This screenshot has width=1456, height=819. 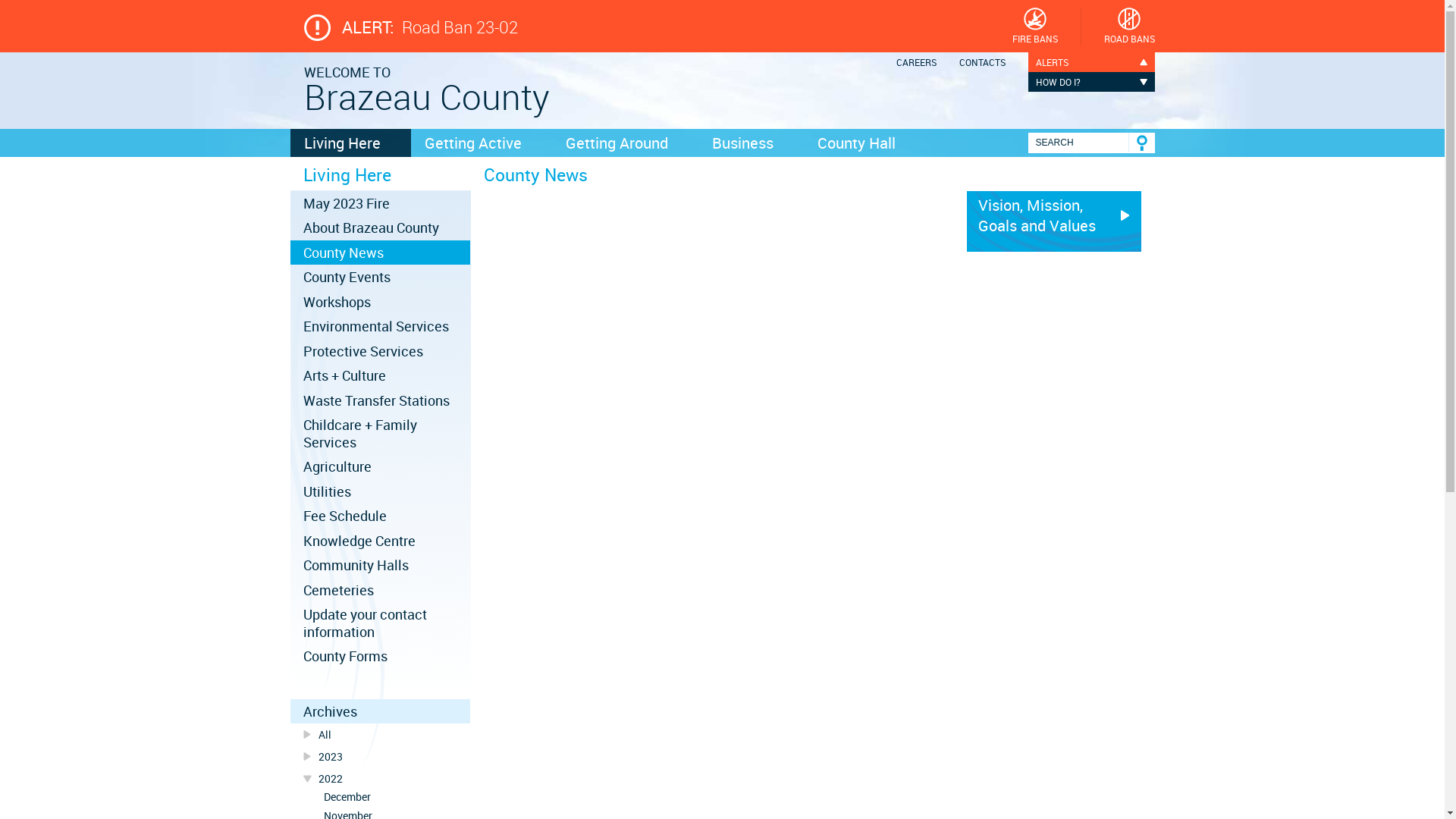 What do you see at coordinates (290, 375) in the screenshot?
I see `'Arts + Culture'` at bounding box center [290, 375].